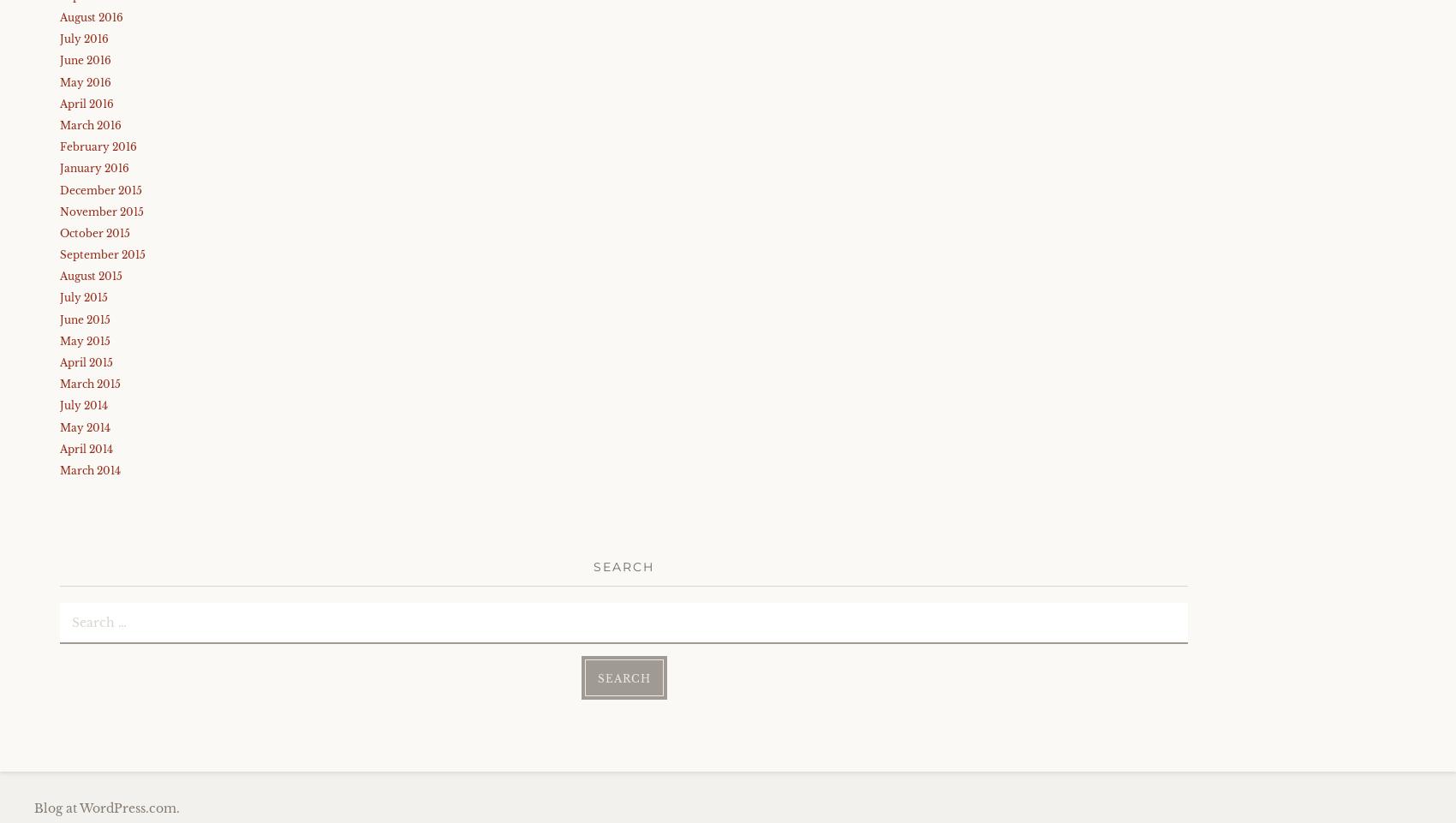 The image size is (1456, 823). Describe the element at coordinates (93, 168) in the screenshot. I see `'January 2016'` at that location.